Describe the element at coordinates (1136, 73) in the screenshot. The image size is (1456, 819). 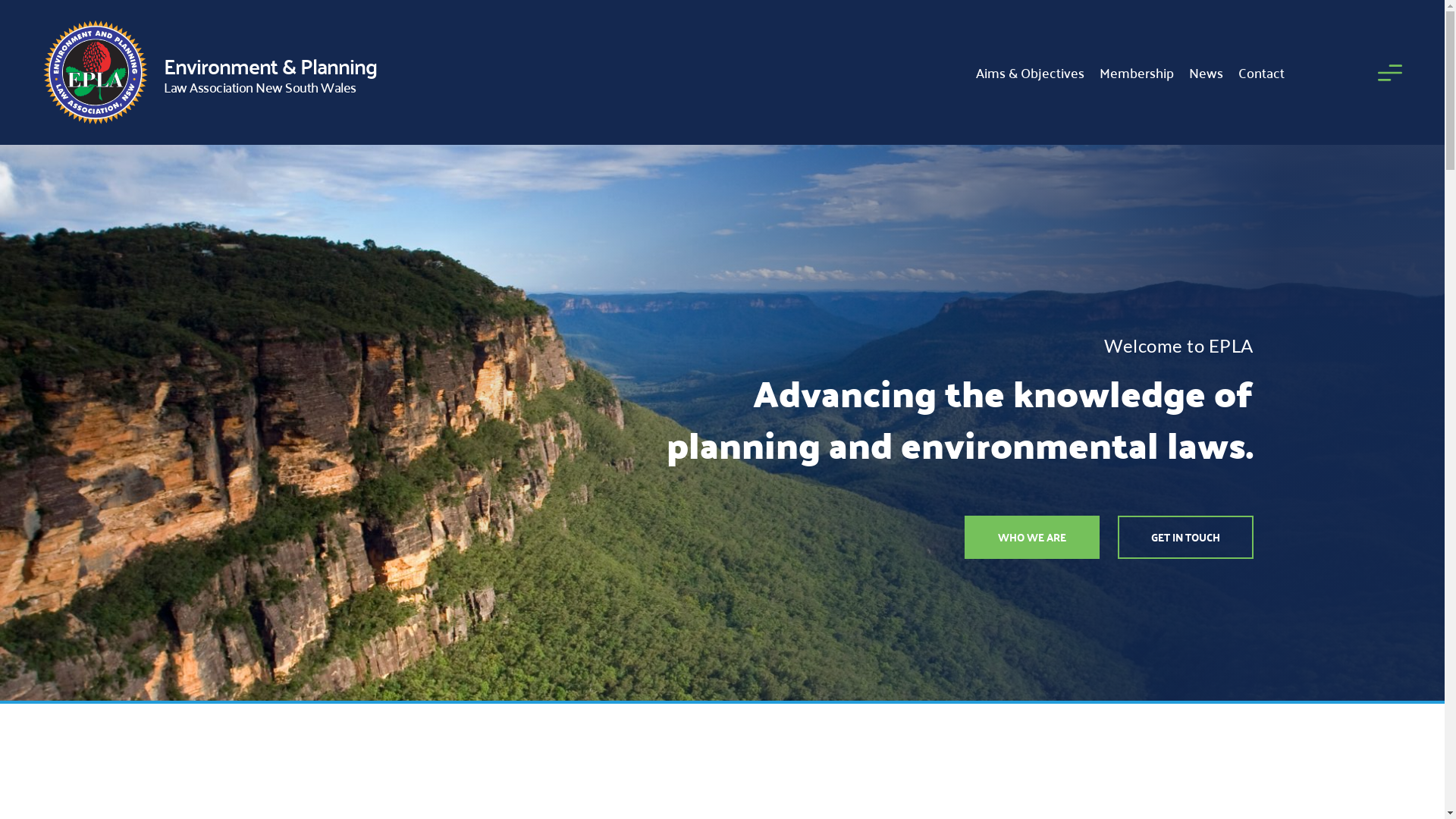
I see `'Membership'` at that location.